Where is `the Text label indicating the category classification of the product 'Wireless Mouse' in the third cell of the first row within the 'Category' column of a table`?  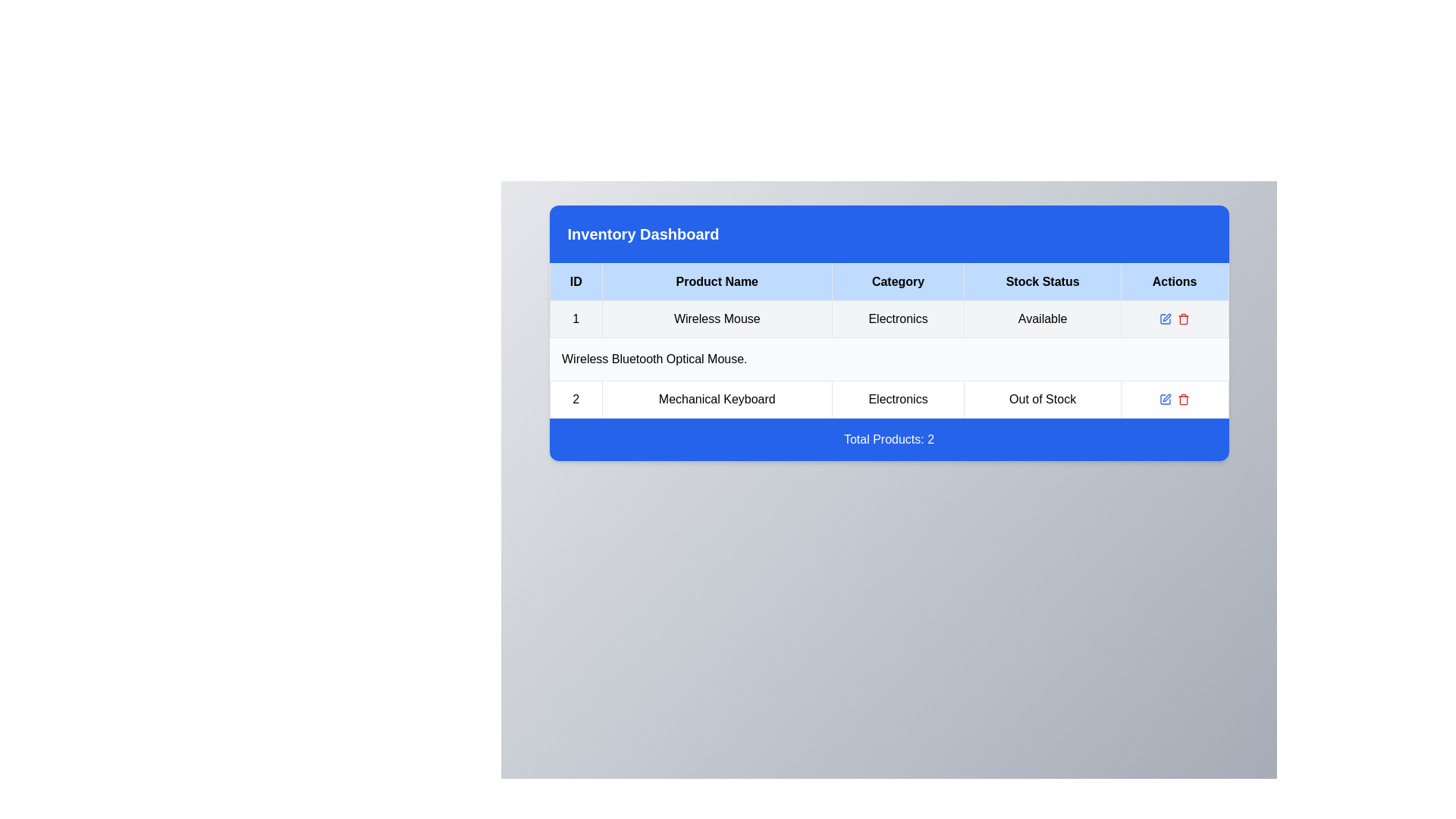
the Text label indicating the category classification of the product 'Wireless Mouse' in the third cell of the first row within the 'Category' column of a table is located at coordinates (898, 318).